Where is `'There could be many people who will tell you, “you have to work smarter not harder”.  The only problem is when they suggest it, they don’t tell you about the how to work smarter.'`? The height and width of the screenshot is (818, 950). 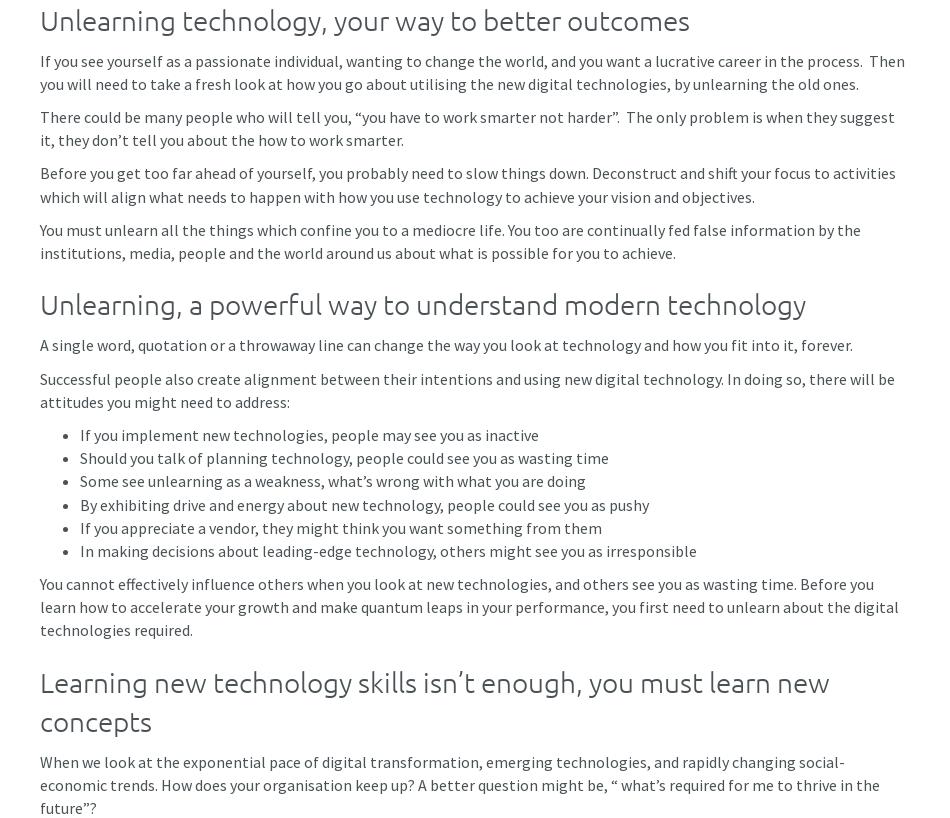
'There could be many people who will tell you, “you have to work smarter not harder”.  The only problem is when they suggest it, they don’t tell you about the how to work smarter.' is located at coordinates (39, 128).